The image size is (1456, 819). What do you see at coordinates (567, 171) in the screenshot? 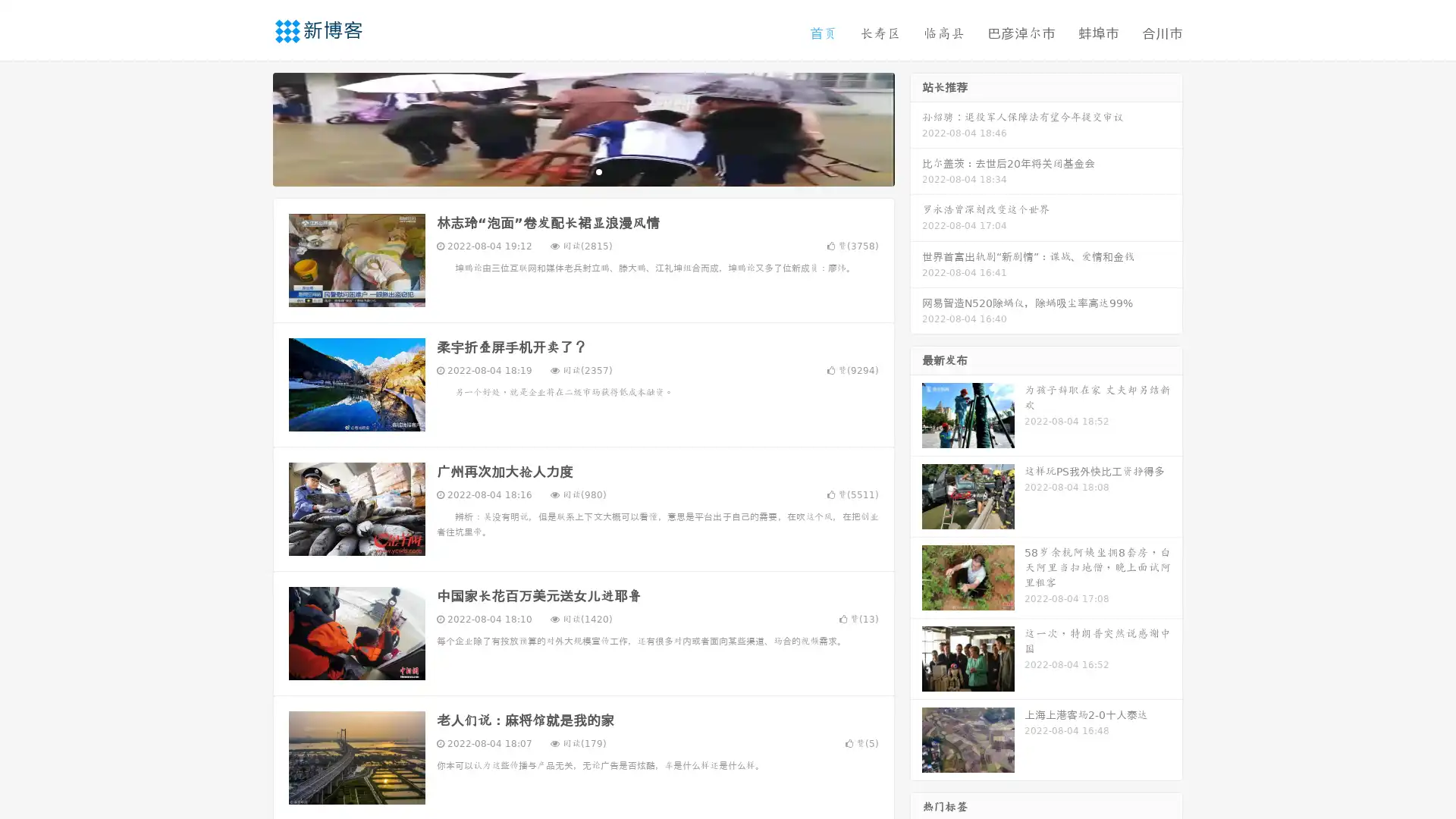
I see `Go to slide 1` at bounding box center [567, 171].